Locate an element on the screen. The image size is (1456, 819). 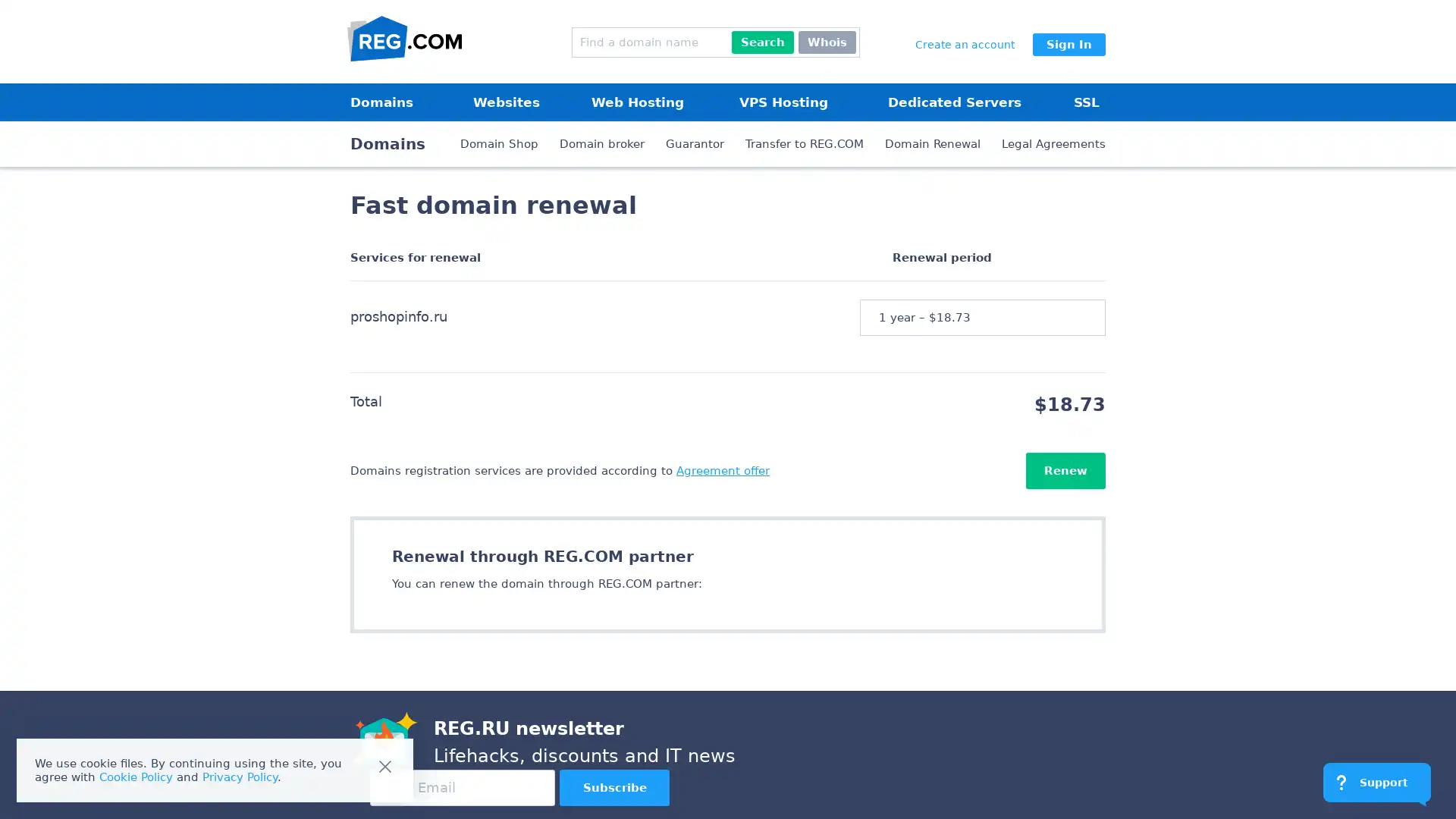
Renew is located at coordinates (1065, 470).